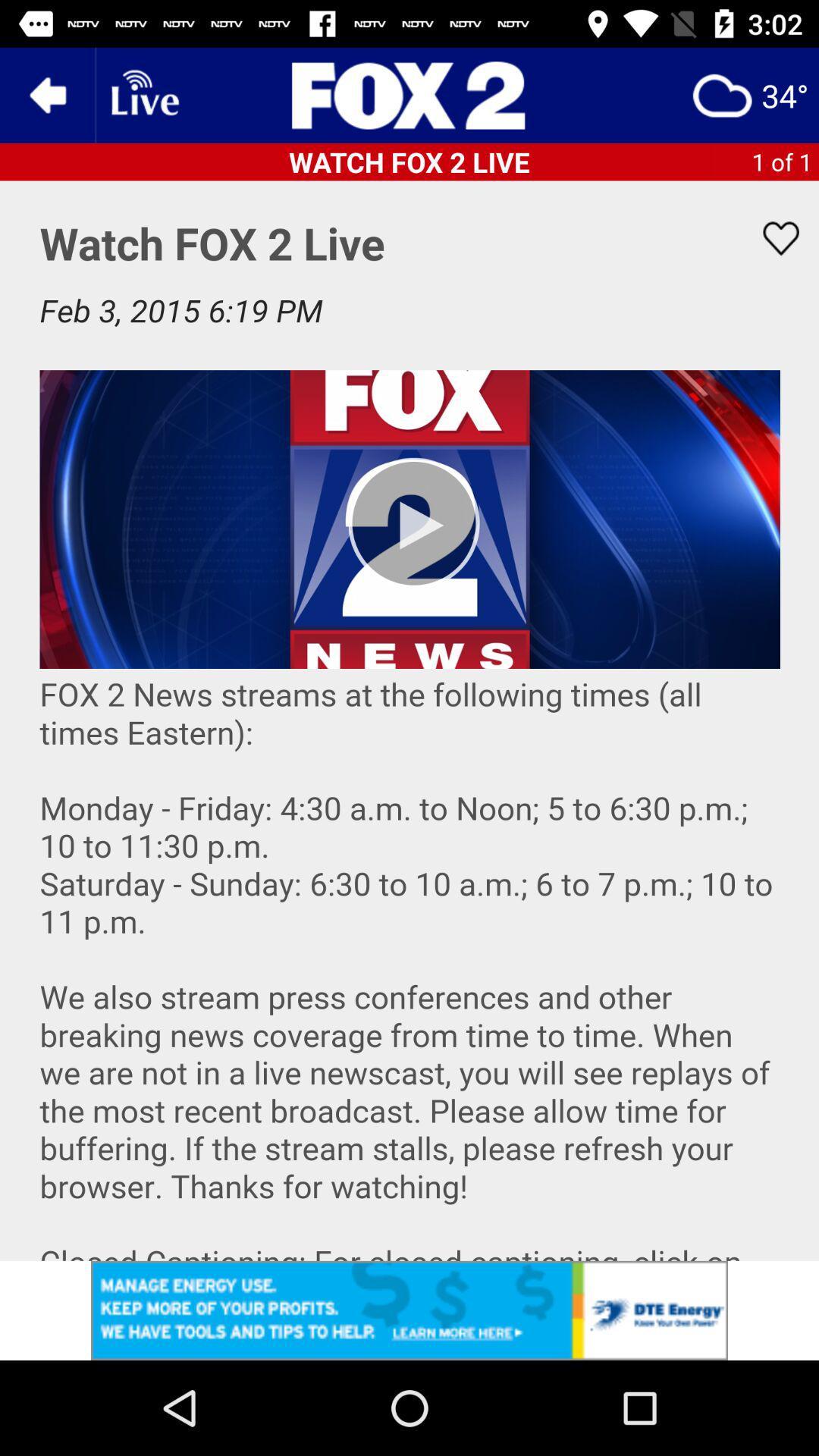  Describe the element at coordinates (46, 94) in the screenshot. I see `previous` at that location.